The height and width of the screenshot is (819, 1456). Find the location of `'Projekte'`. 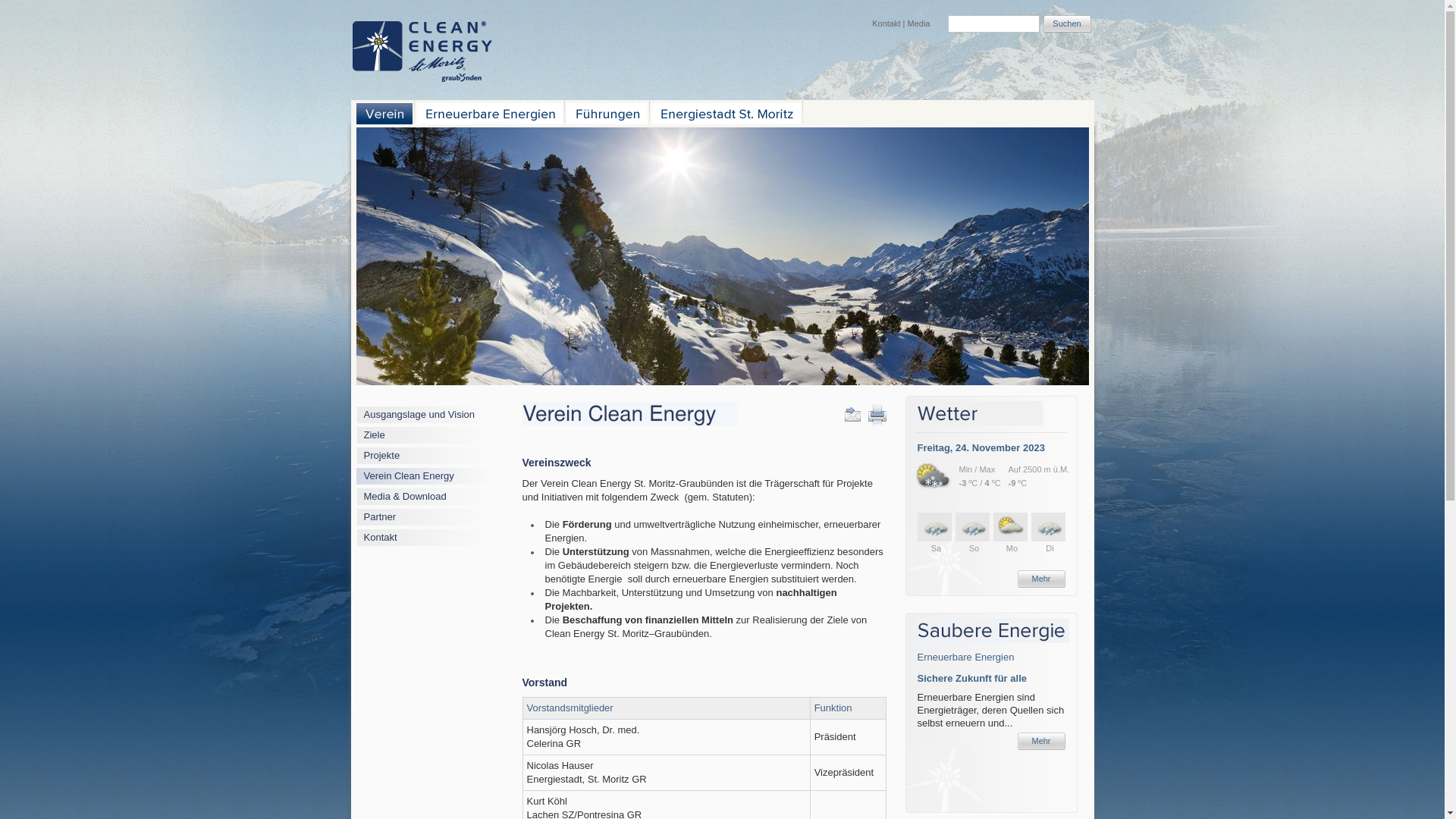

'Projekte' is located at coordinates (382, 454).